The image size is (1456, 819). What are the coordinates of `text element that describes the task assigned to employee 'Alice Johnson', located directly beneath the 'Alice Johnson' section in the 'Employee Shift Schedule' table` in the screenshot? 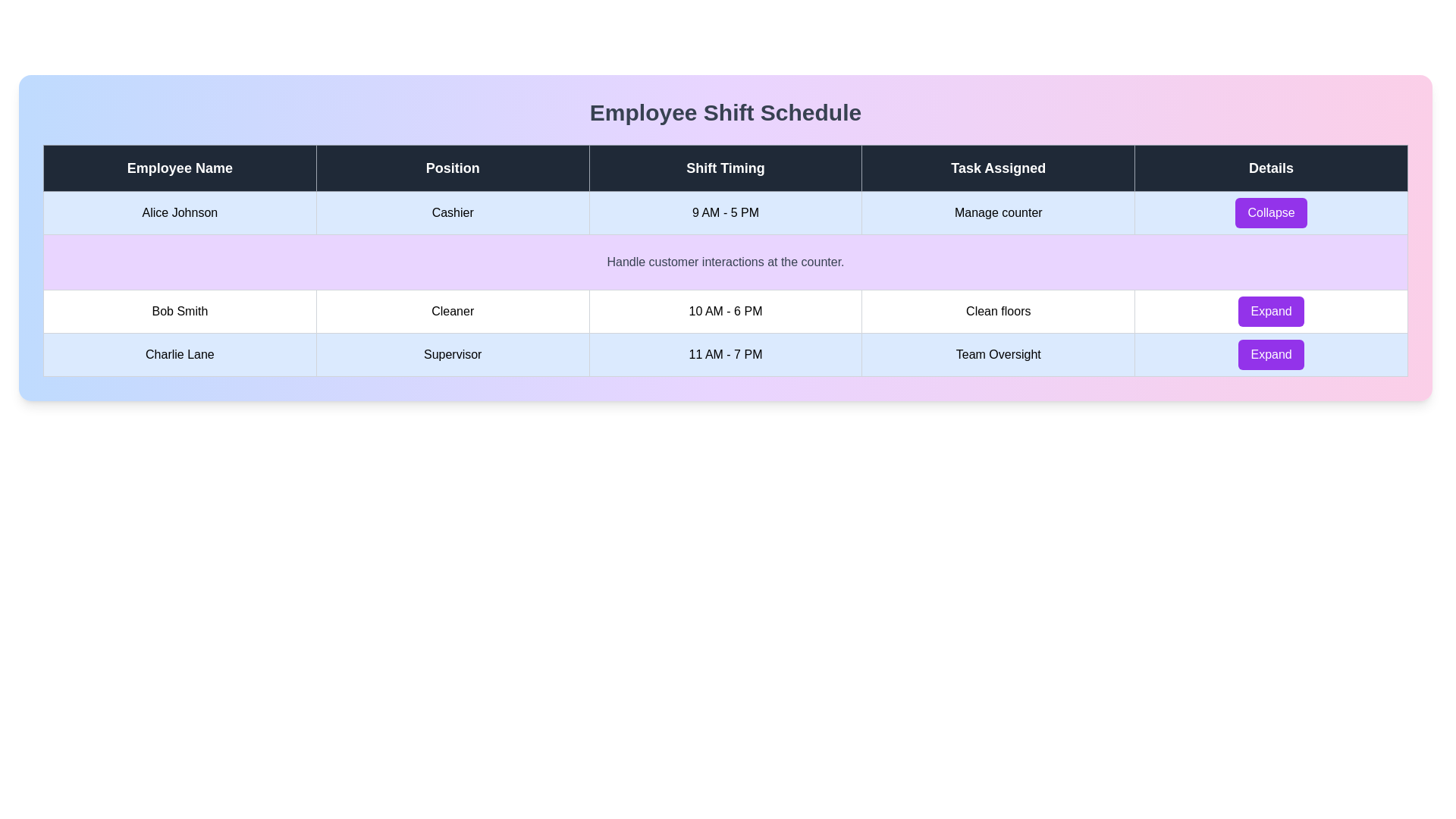 It's located at (724, 262).